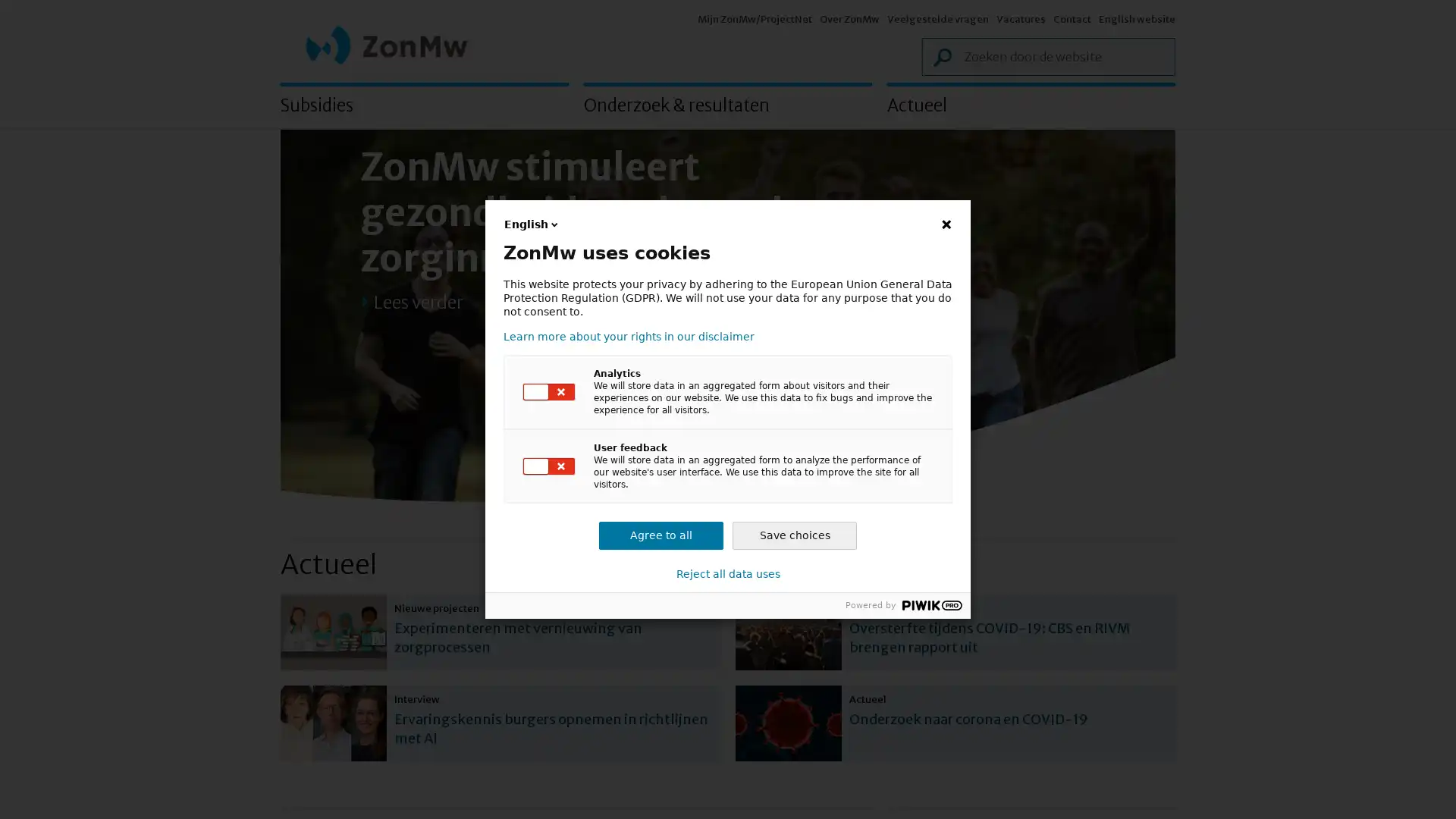  What do you see at coordinates (907, 57) in the screenshot?
I see `Zoek` at bounding box center [907, 57].